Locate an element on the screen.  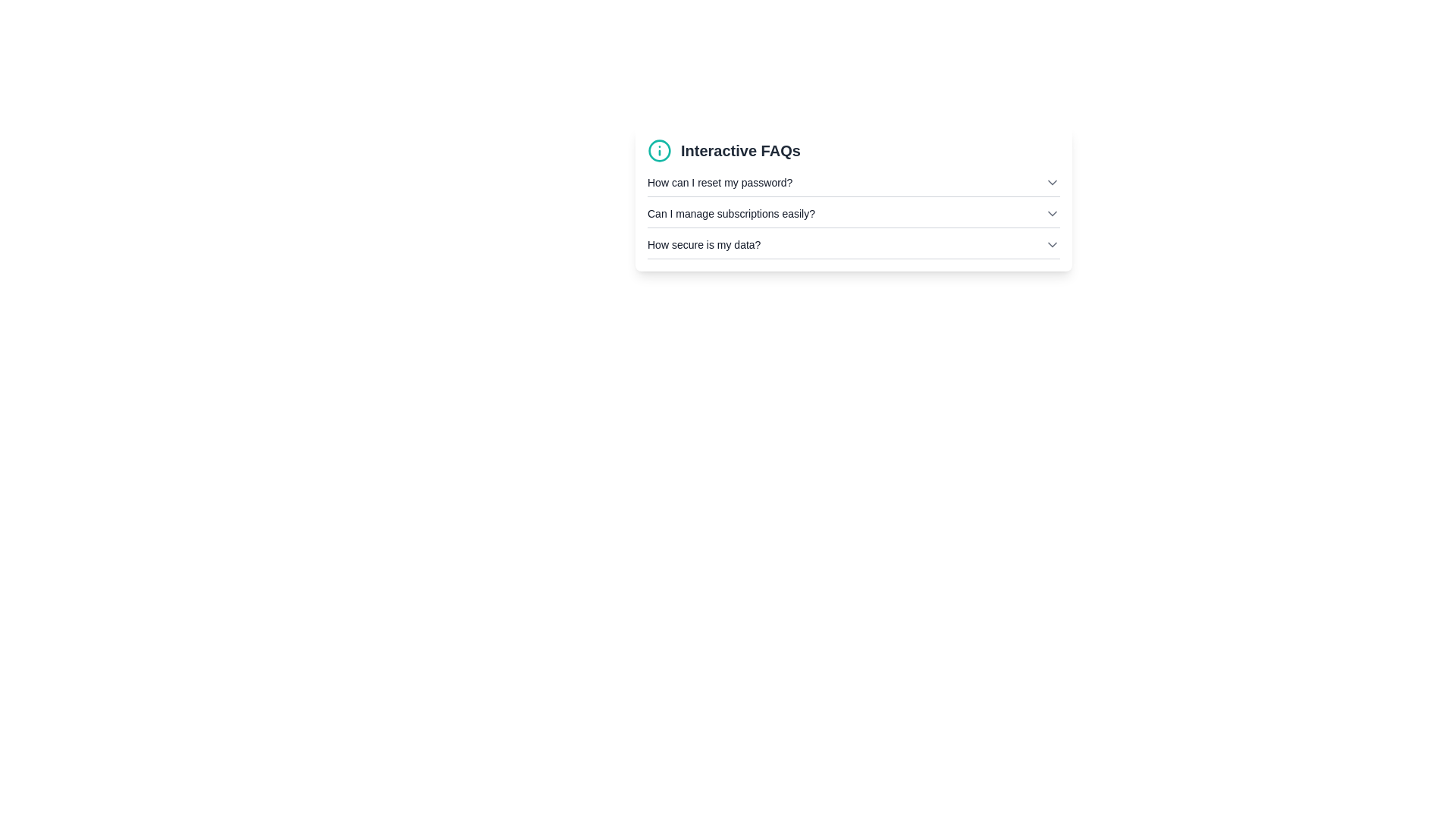
the chevron icon located at the rightmost part of the row containing the text 'How can I reset my password?' in the FAQ section is located at coordinates (1051, 181).